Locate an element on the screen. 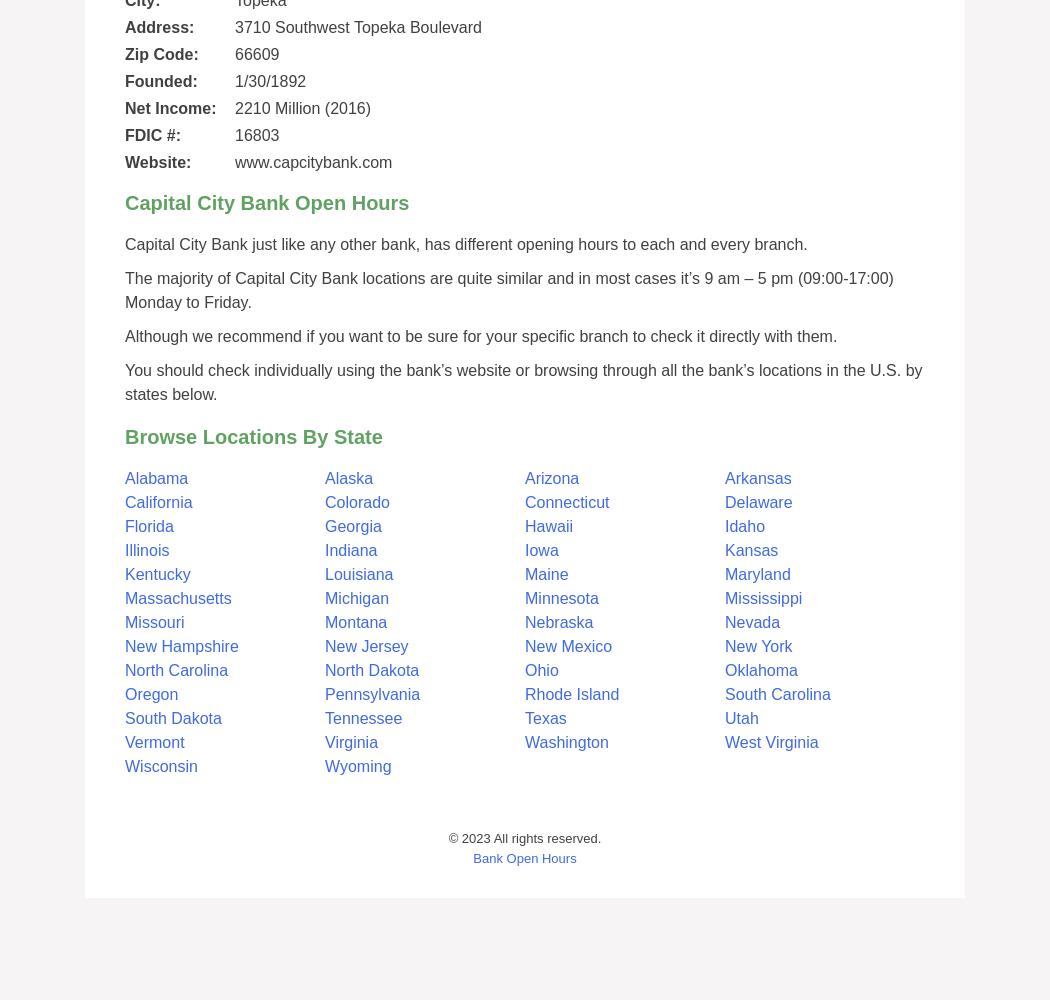 Image resolution: width=1050 pixels, height=1000 pixels. 'Connecticut' is located at coordinates (566, 502).